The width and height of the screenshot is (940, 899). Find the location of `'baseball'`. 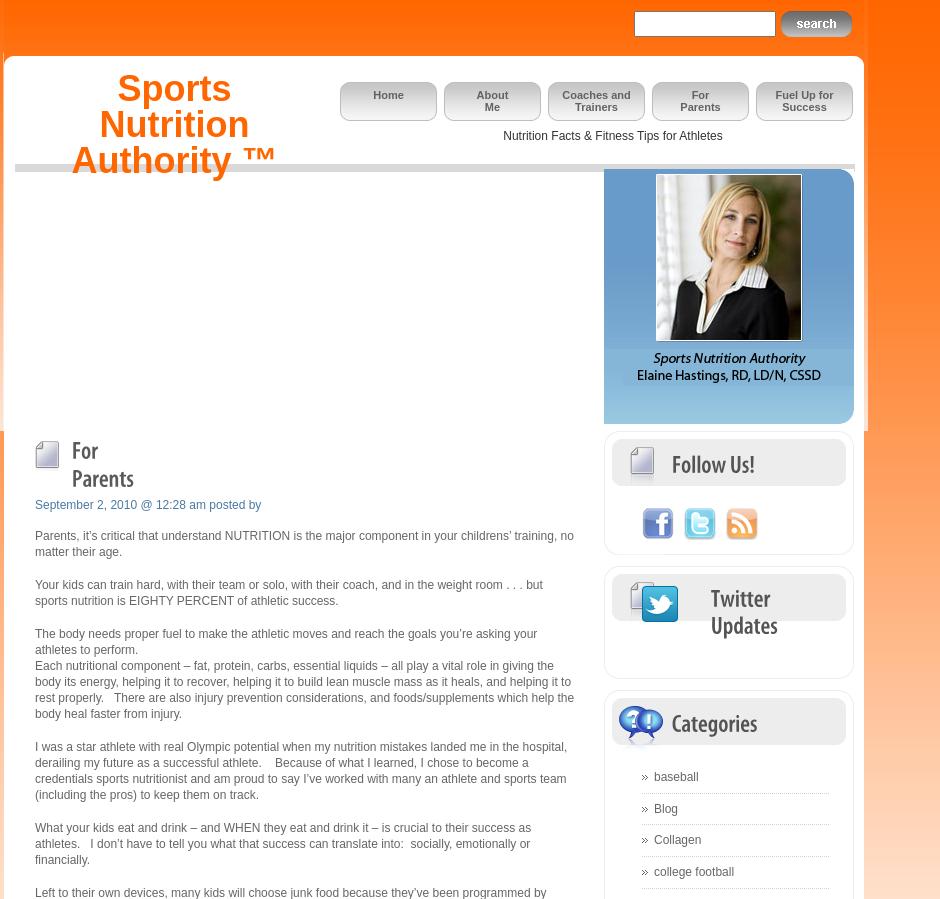

'baseball' is located at coordinates (653, 776).